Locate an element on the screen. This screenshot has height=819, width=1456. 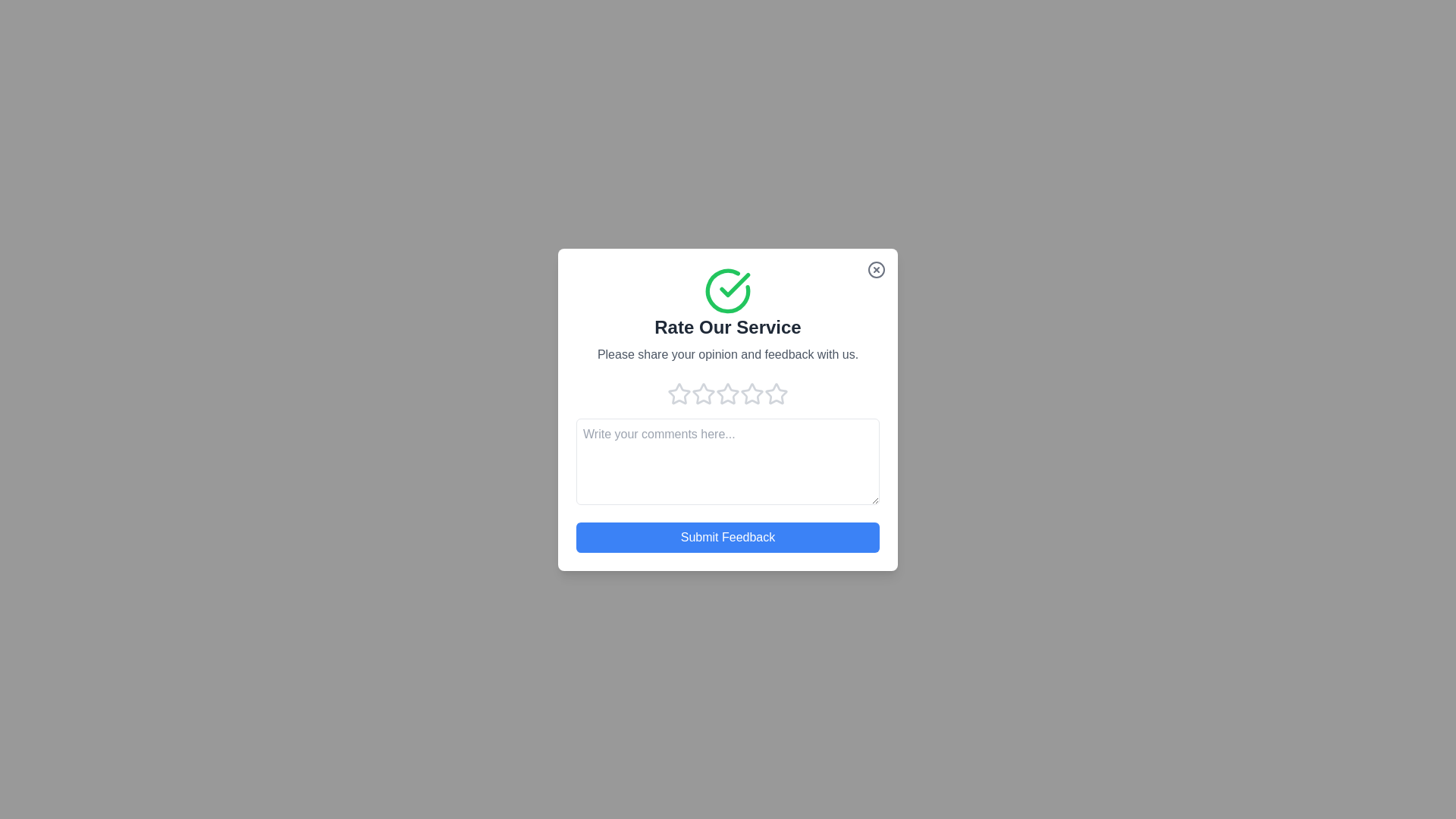
the rating to 4 stars by clicking on the corresponding star is located at coordinates (752, 393).